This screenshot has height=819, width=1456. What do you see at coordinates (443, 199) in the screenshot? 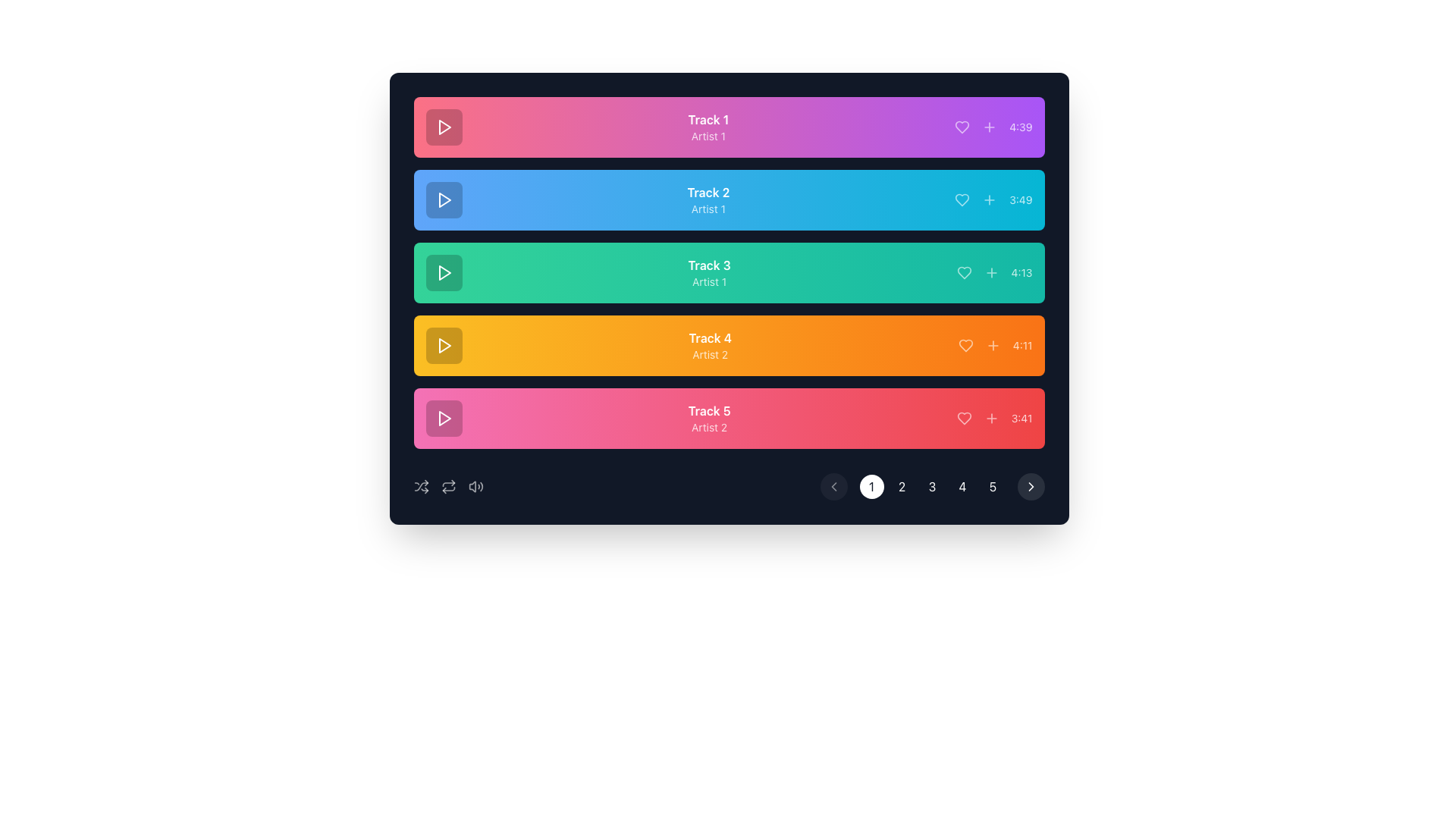
I see `the play button located in the top-left portion of the second track entry in the playlist interface` at bounding box center [443, 199].